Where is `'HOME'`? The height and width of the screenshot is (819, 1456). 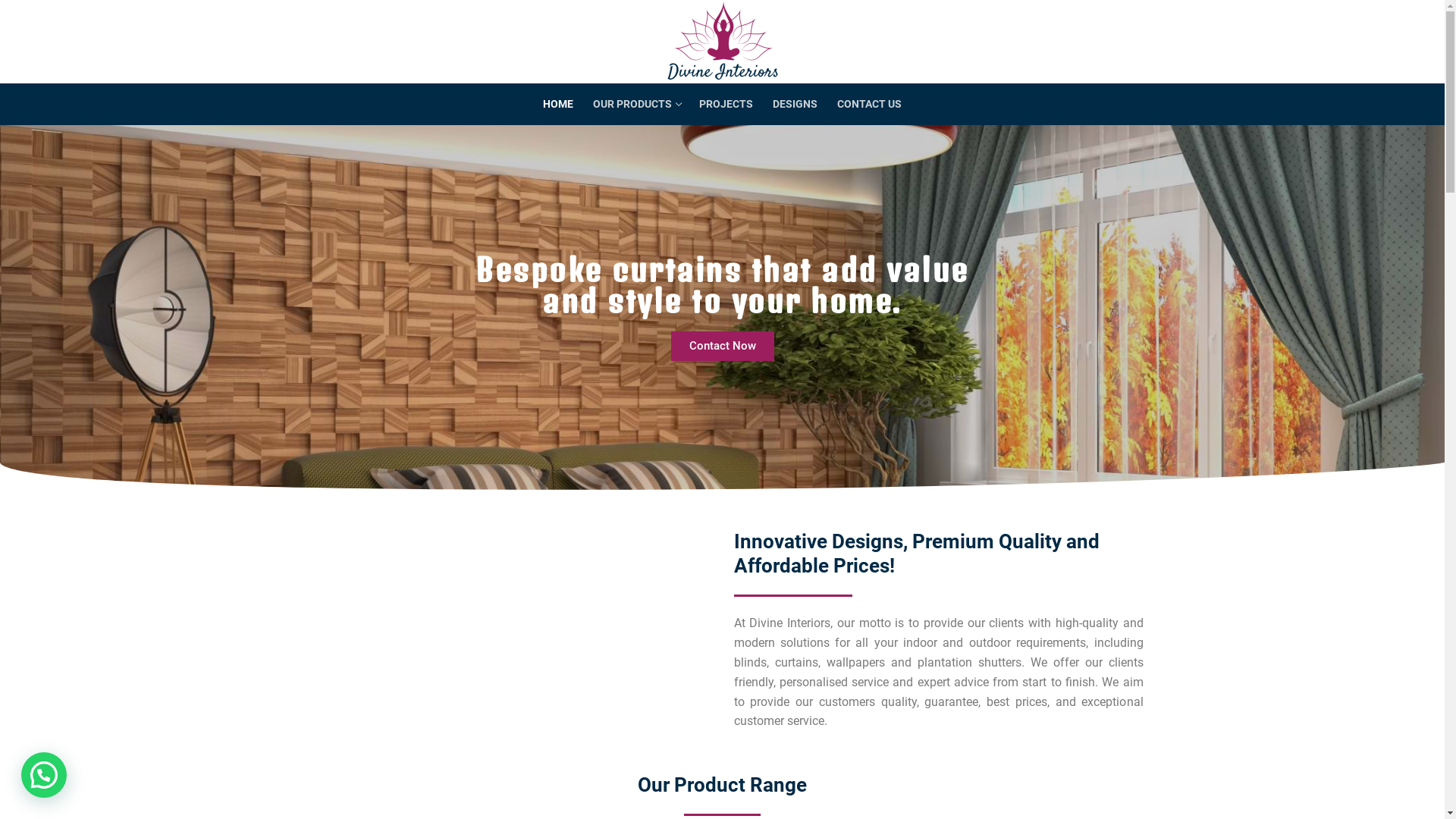
'HOME' is located at coordinates (557, 104).